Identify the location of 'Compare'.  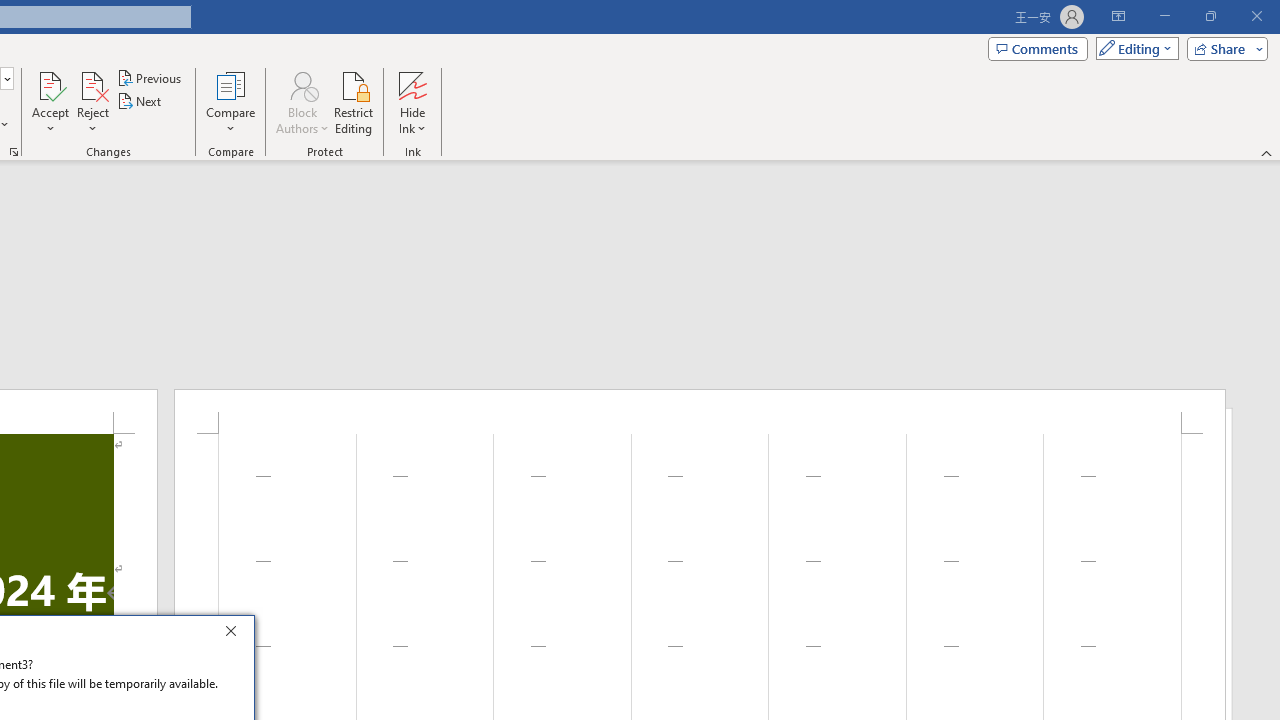
(231, 103).